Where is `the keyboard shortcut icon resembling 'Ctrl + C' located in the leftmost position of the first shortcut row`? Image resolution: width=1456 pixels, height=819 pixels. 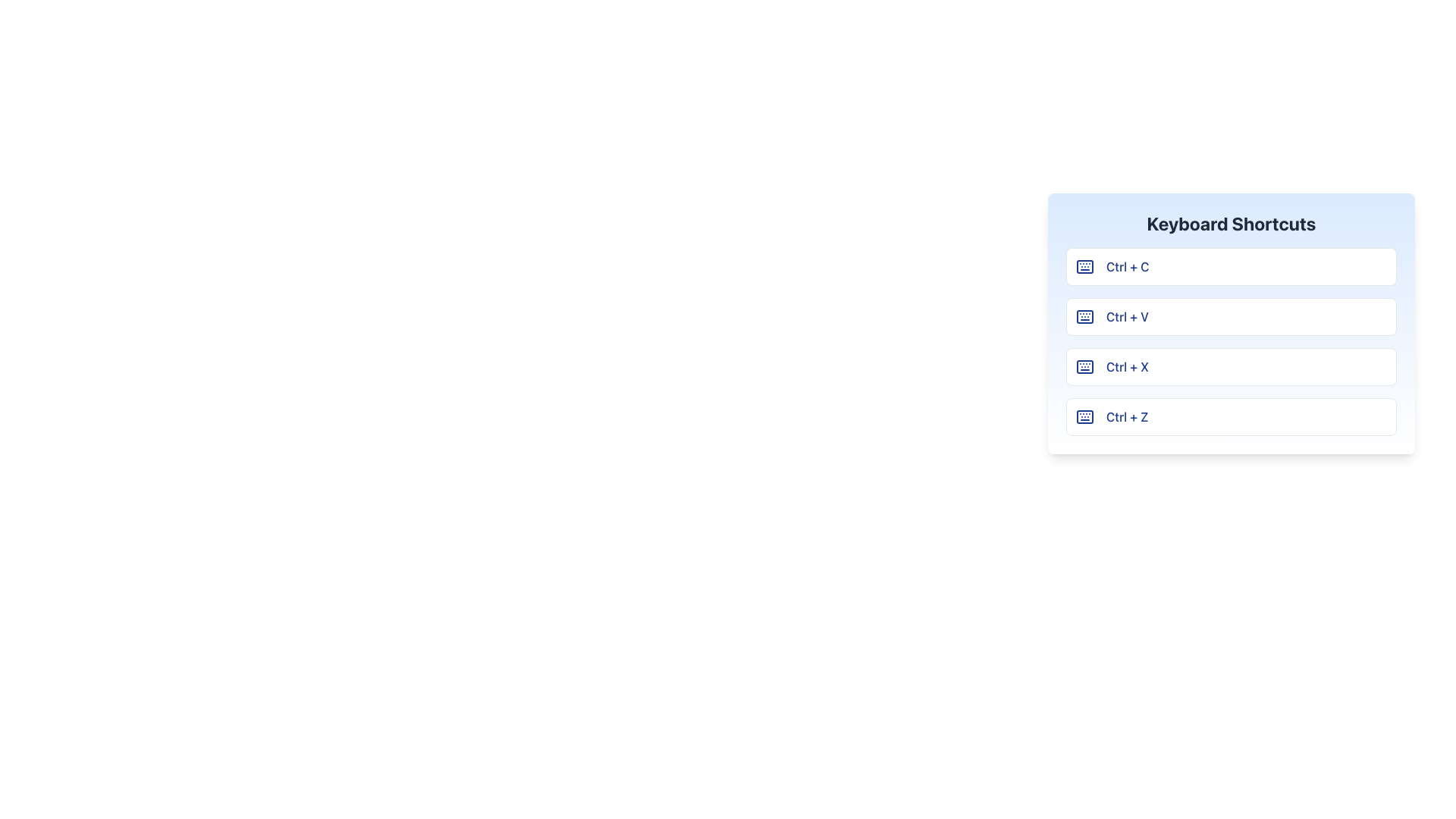 the keyboard shortcut icon resembling 'Ctrl + C' located in the leftmost position of the first shortcut row is located at coordinates (1084, 265).